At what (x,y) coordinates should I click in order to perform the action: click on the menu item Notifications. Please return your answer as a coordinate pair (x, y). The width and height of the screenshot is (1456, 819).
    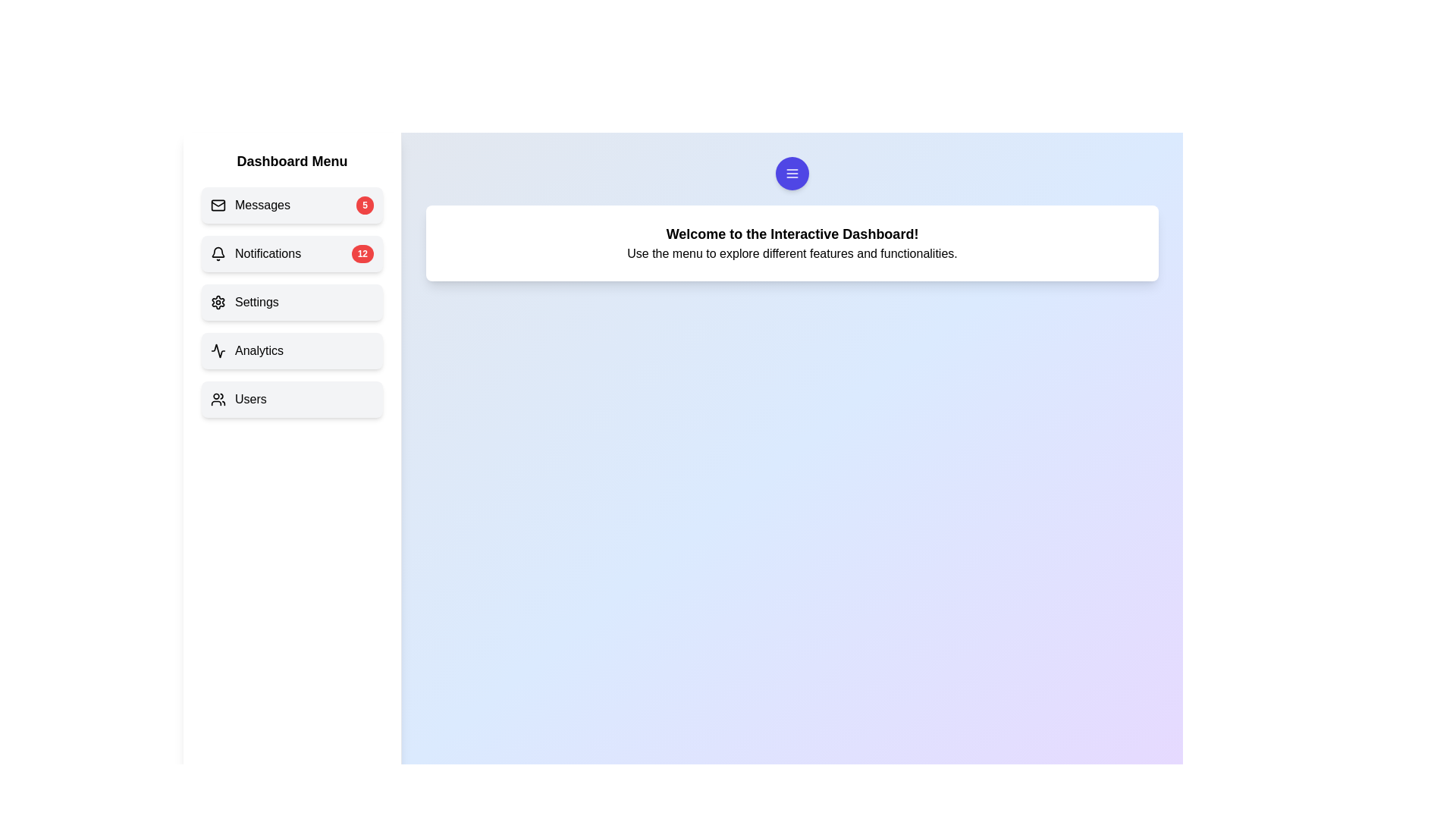
    Looking at the image, I should click on (292, 253).